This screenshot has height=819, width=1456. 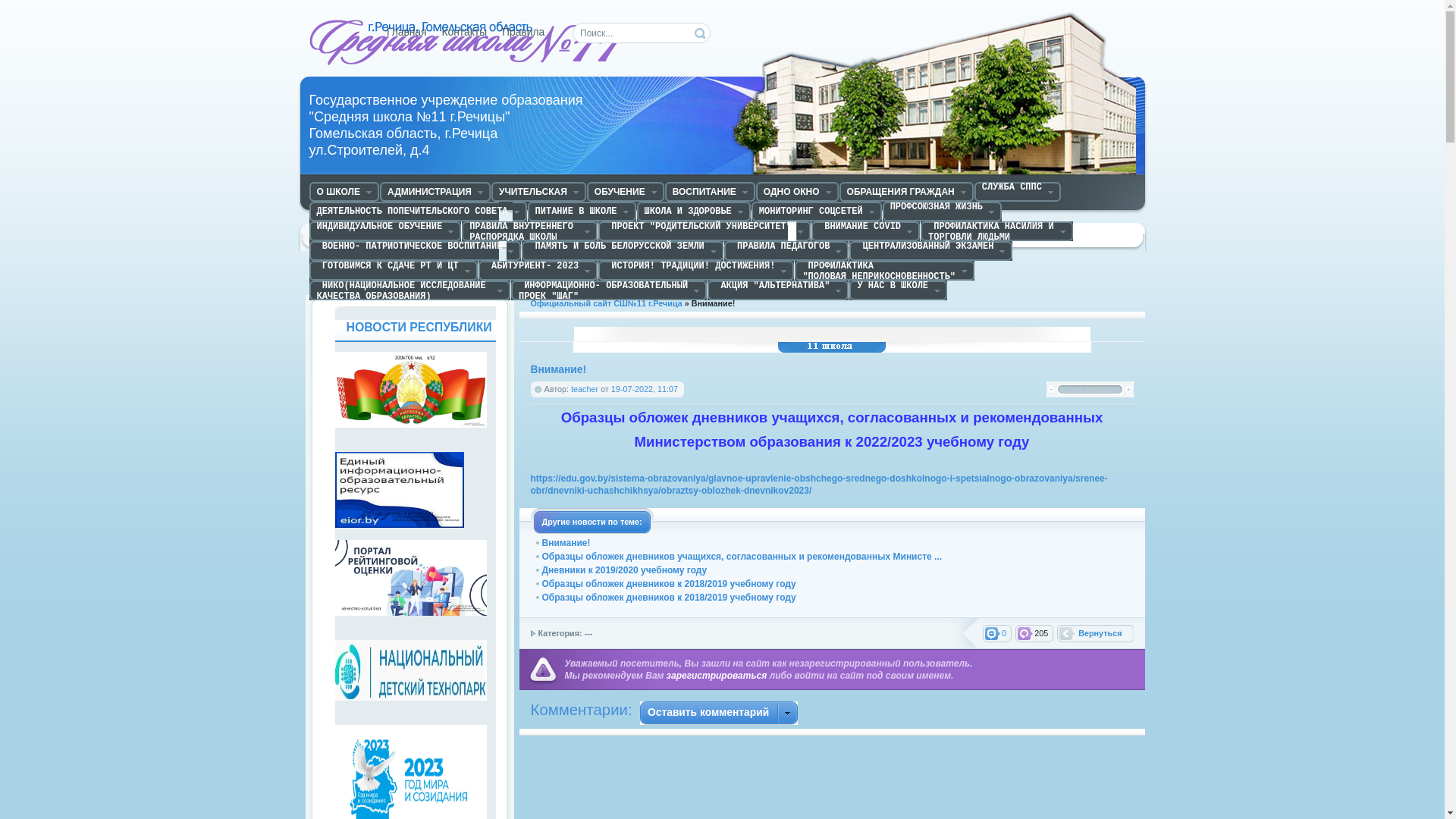 I want to click on '19-07-2022, 11:07', so click(x=644, y=388).